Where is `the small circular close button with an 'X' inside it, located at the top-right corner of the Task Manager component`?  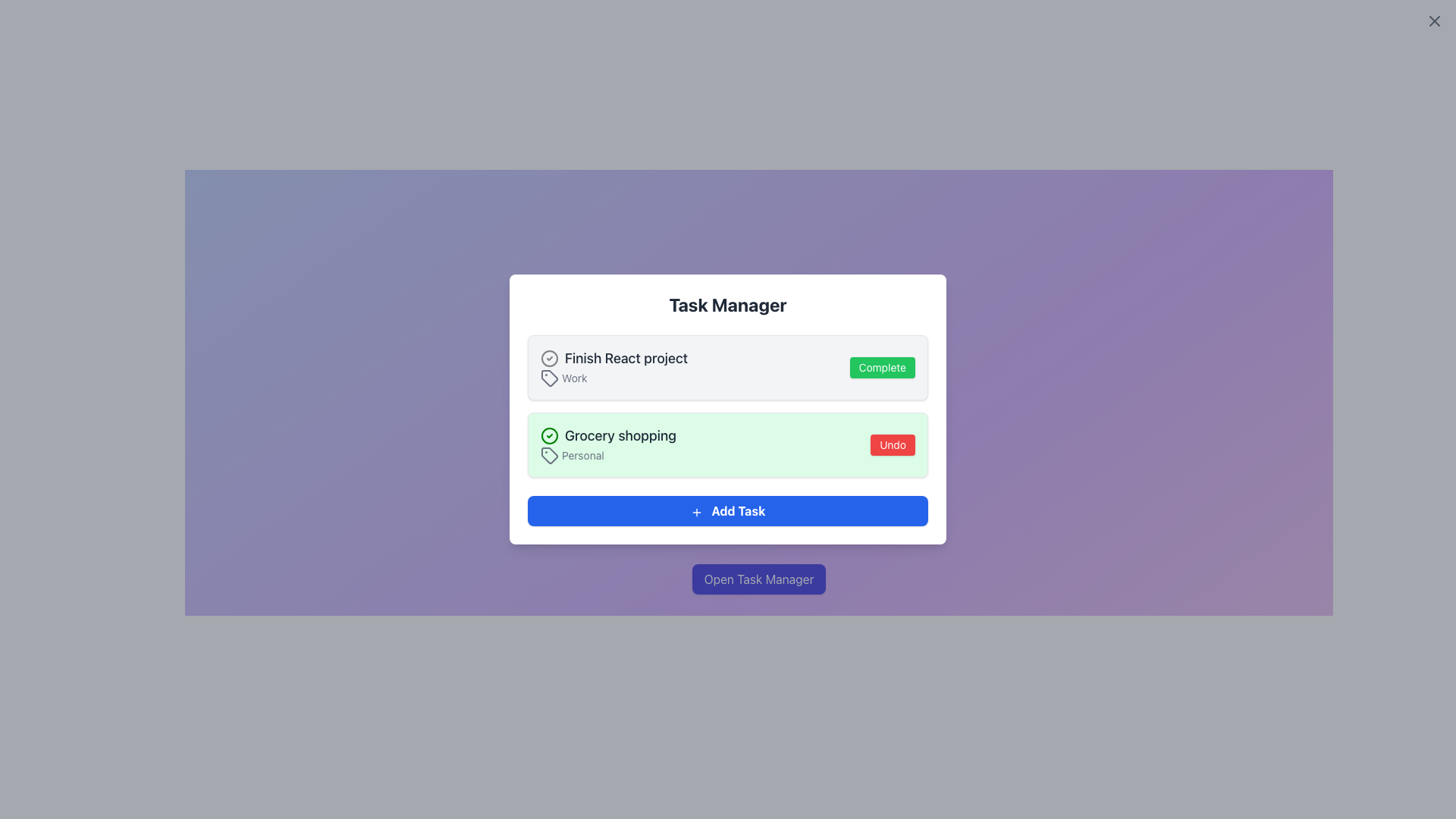 the small circular close button with an 'X' inside it, located at the top-right corner of the Task Manager component is located at coordinates (1433, 20).